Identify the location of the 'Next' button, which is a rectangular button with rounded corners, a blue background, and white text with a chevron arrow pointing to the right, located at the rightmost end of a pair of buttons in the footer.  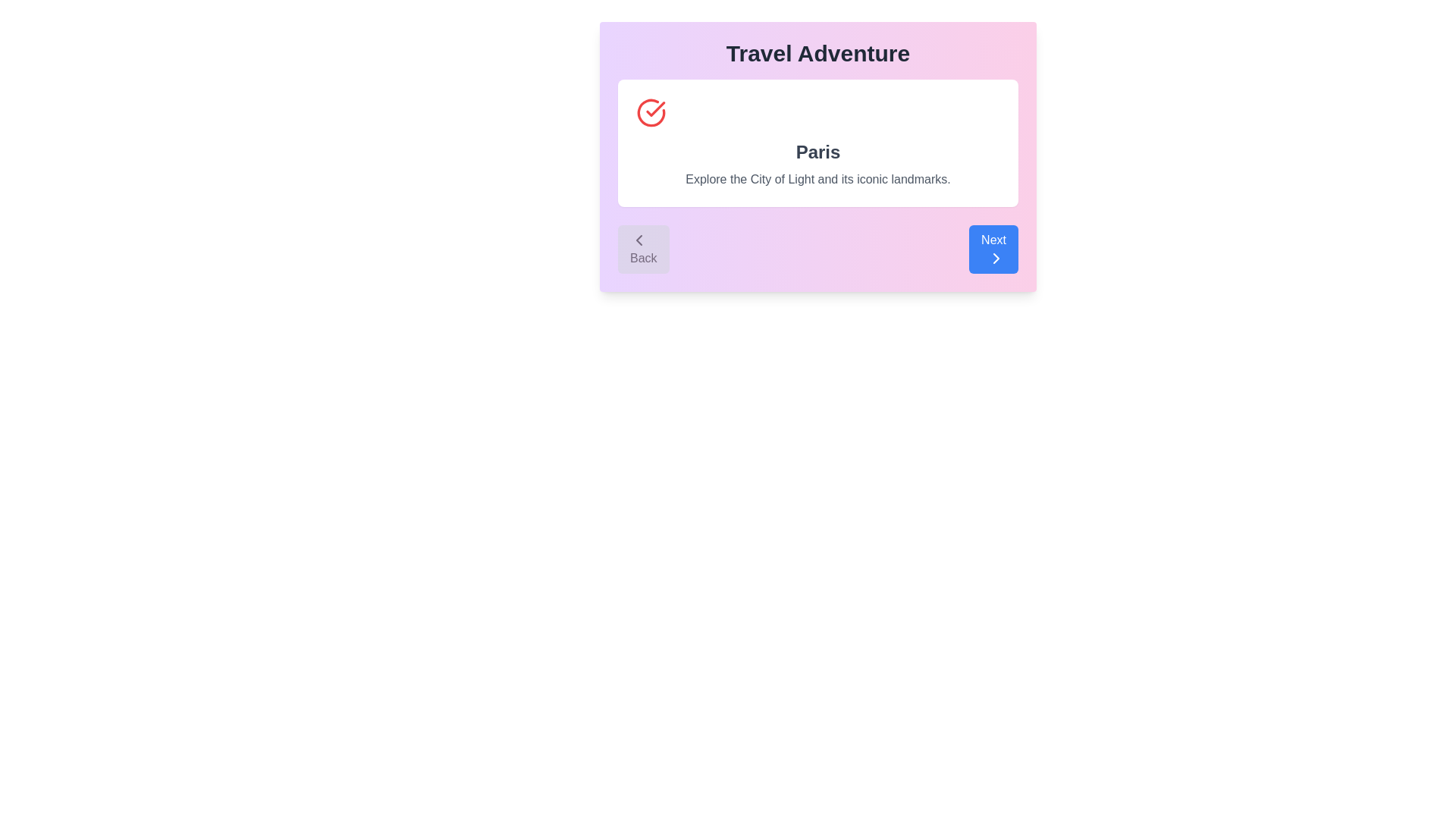
(993, 248).